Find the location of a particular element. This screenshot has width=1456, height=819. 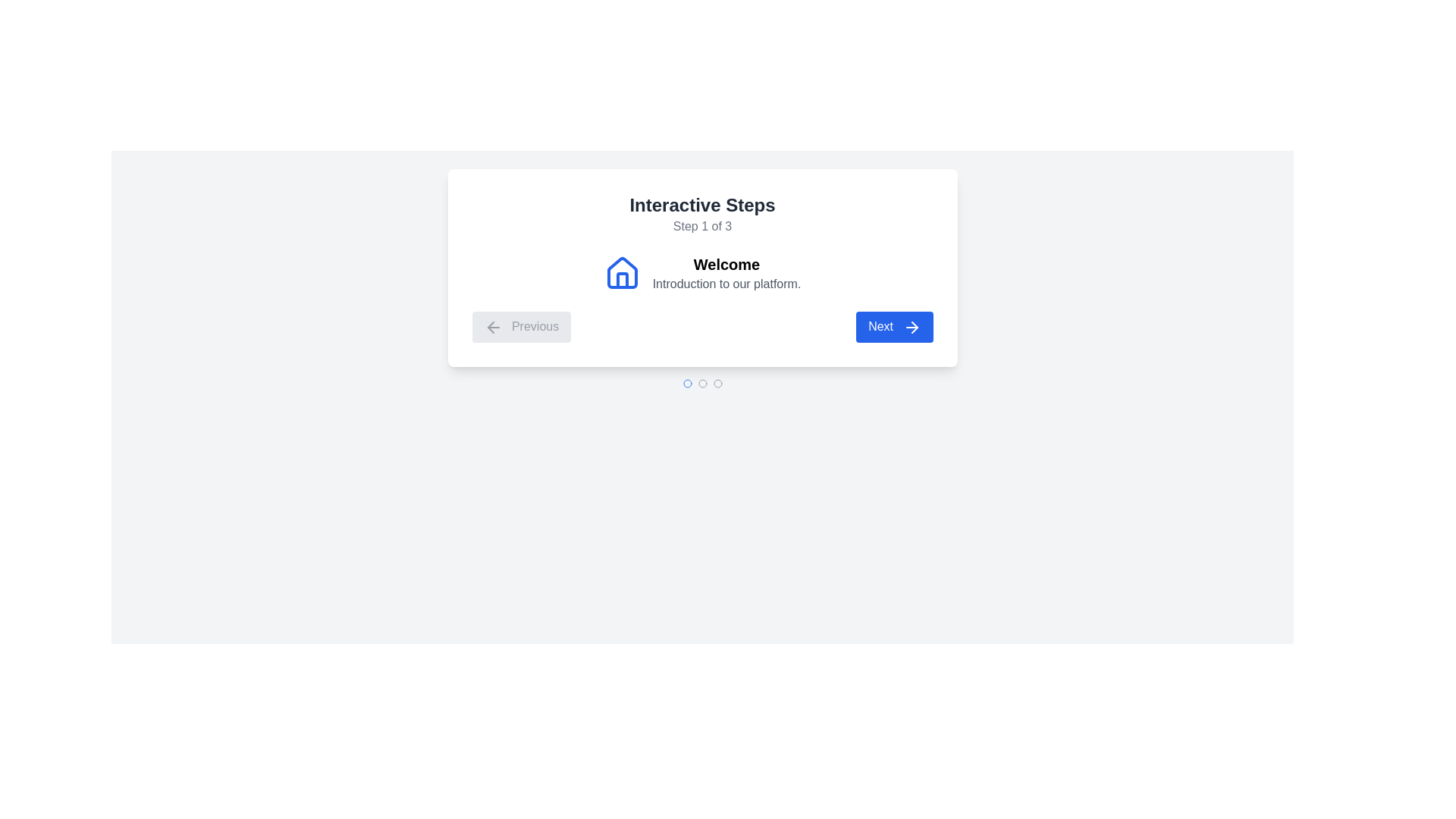

the title and subtitle text block that provides a welcome message and brief description, located to the right of a blue house icon and centered horizontally in the interface is located at coordinates (726, 274).